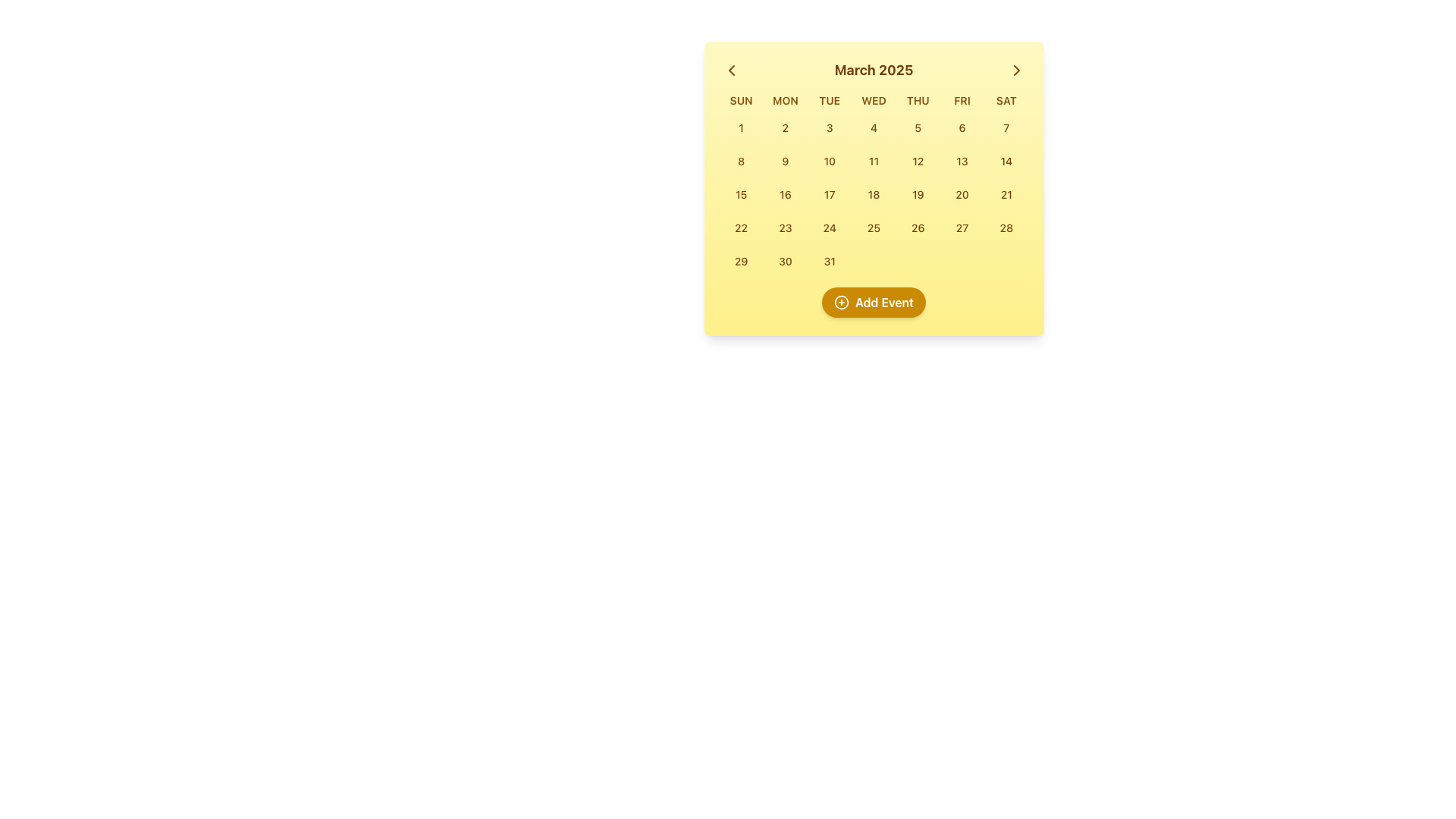  I want to click on the calendar date cell representing the 23rd day, located in the fourth row under 'SUN', so click(785, 227).